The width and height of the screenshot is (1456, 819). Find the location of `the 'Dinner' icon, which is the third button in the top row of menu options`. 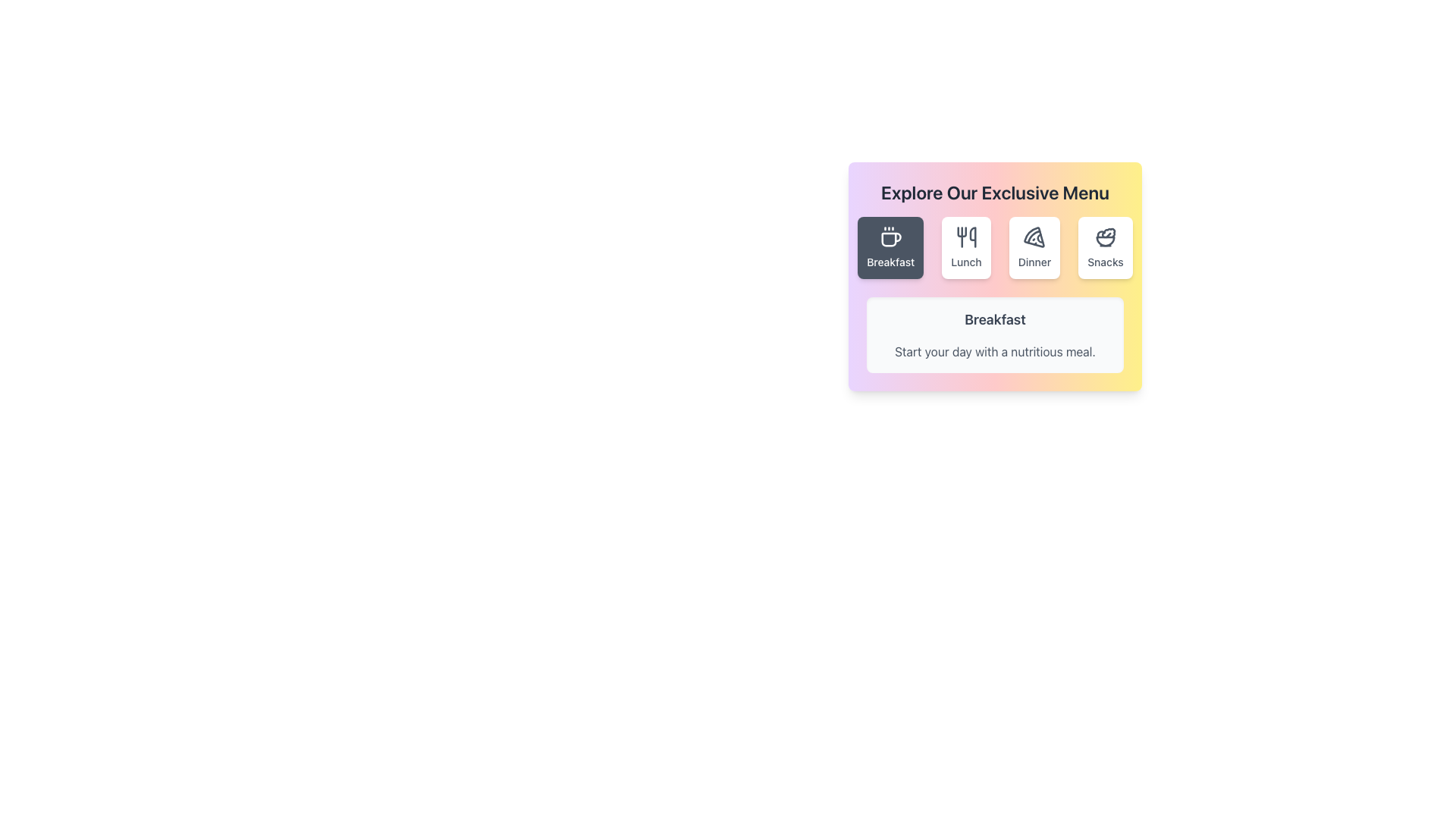

the 'Dinner' icon, which is the third button in the top row of menu options is located at coordinates (1033, 237).